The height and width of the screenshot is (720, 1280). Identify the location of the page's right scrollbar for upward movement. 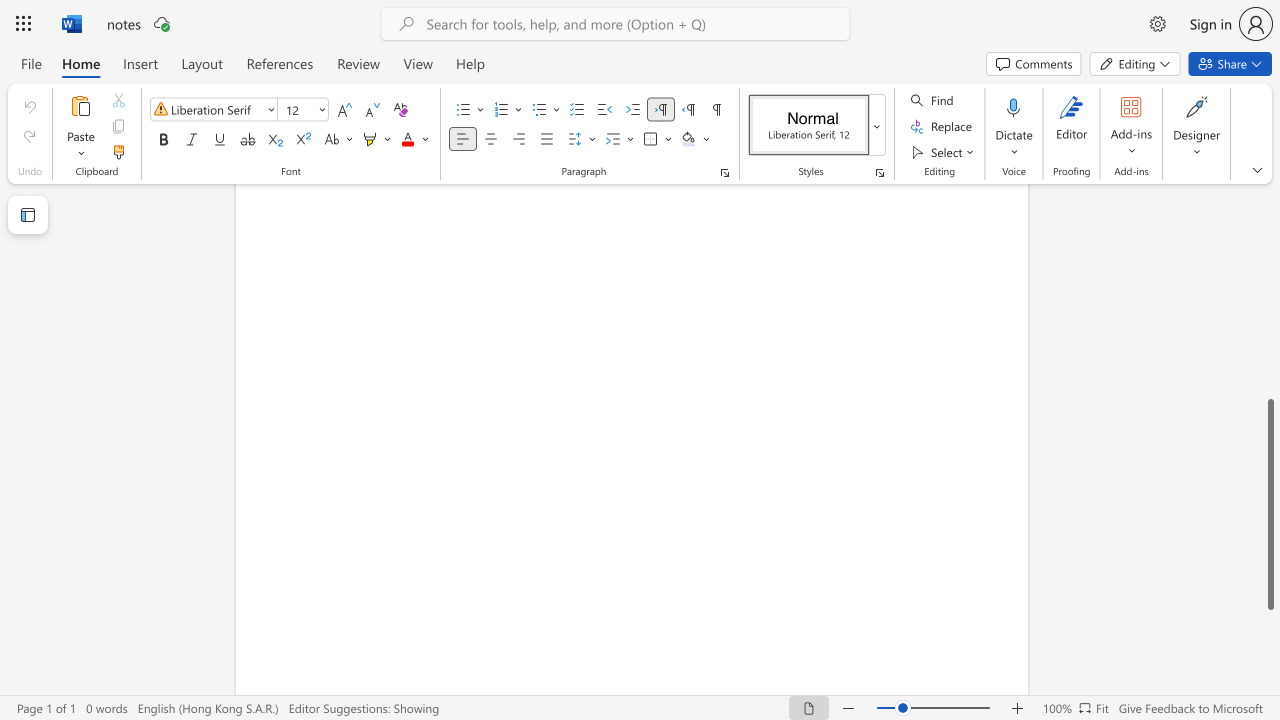
(1269, 328).